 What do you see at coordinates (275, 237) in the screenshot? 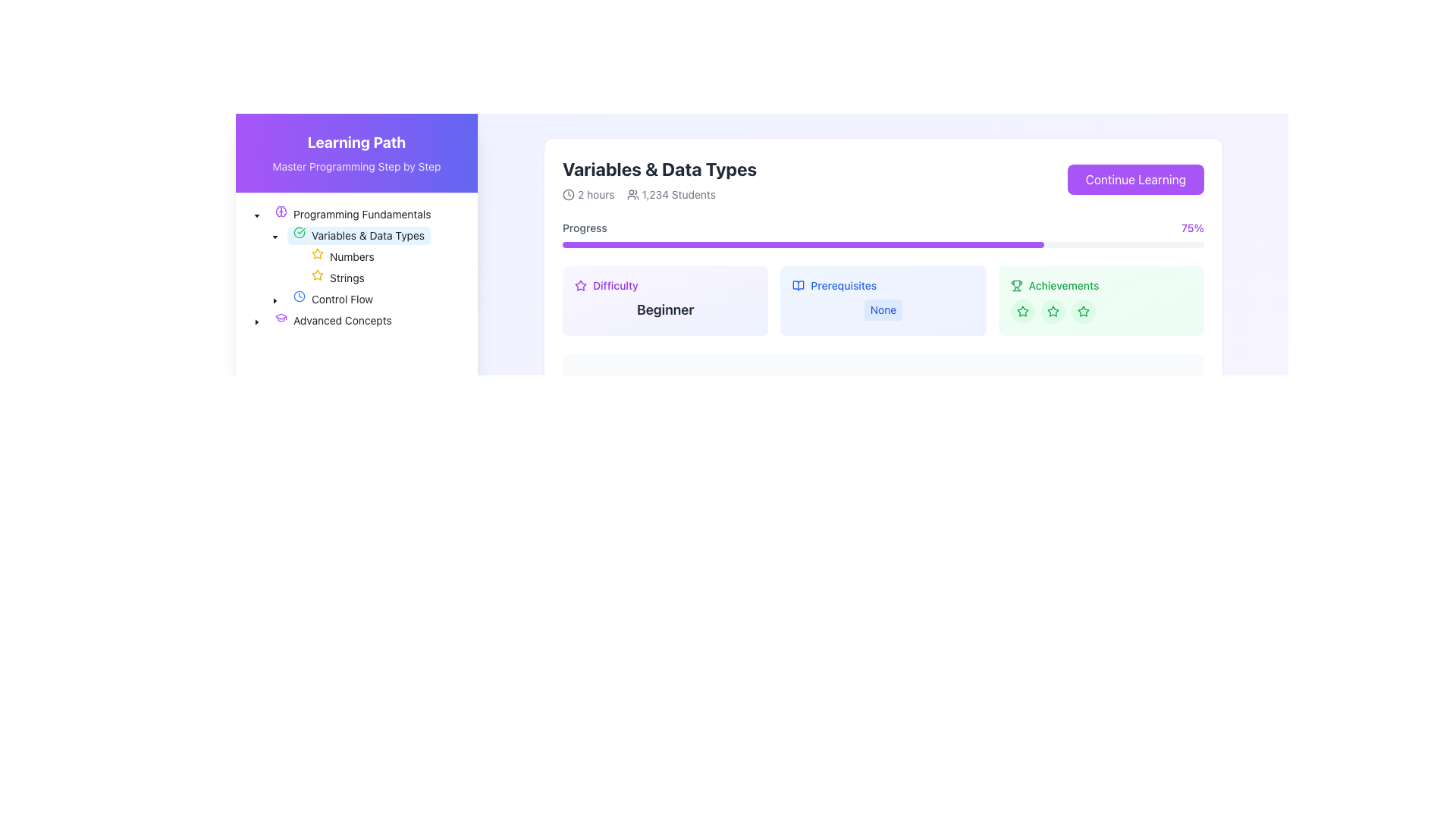
I see `the button to the left of 'Variables & Data Types' in the 'Programming Fundamentals' section` at bounding box center [275, 237].